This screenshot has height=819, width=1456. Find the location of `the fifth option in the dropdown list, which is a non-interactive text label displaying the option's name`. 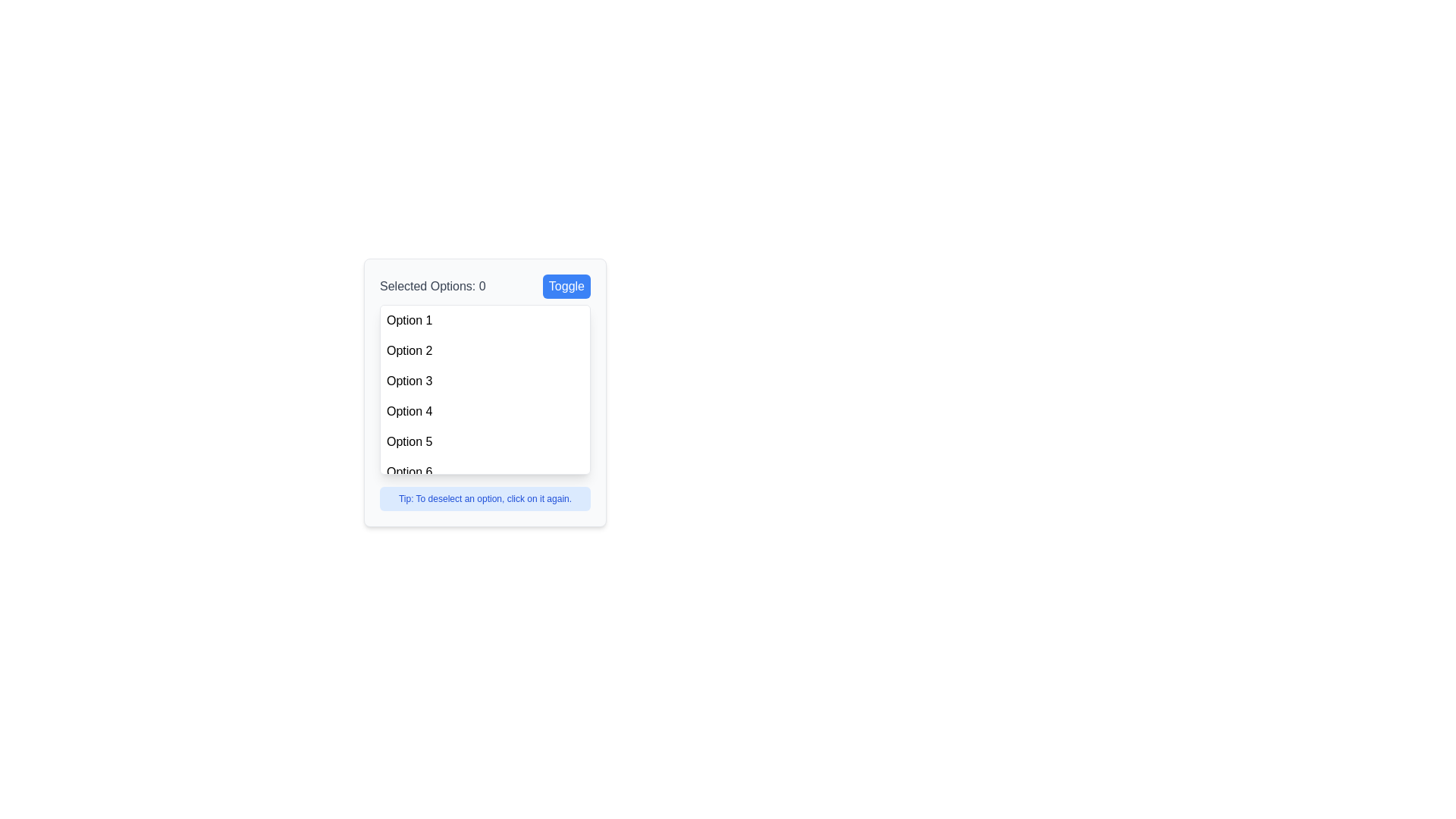

the fifth option in the dropdown list, which is a non-interactive text label displaying the option's name is located at coordinates (409, 441).